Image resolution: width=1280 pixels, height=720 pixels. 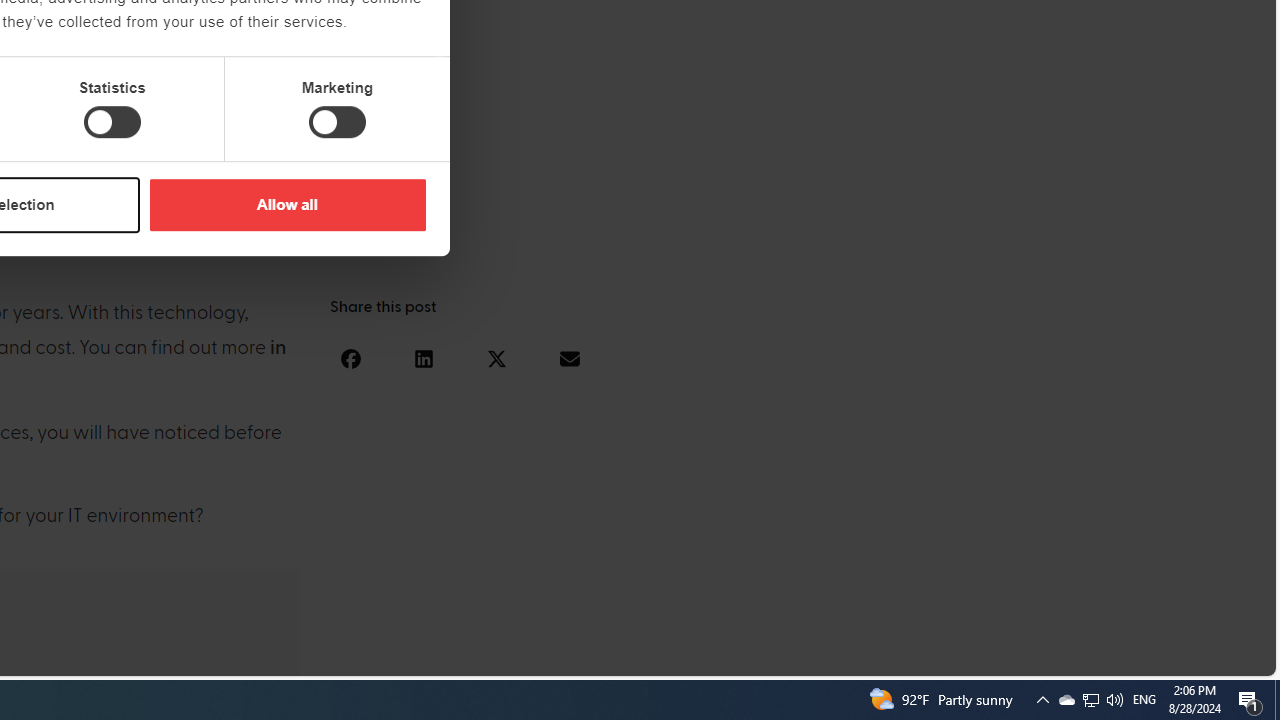 What do you see at coordinates (568, 357) in the screenshot?
I see `'Share on email'` at bounding box center [568, 357].